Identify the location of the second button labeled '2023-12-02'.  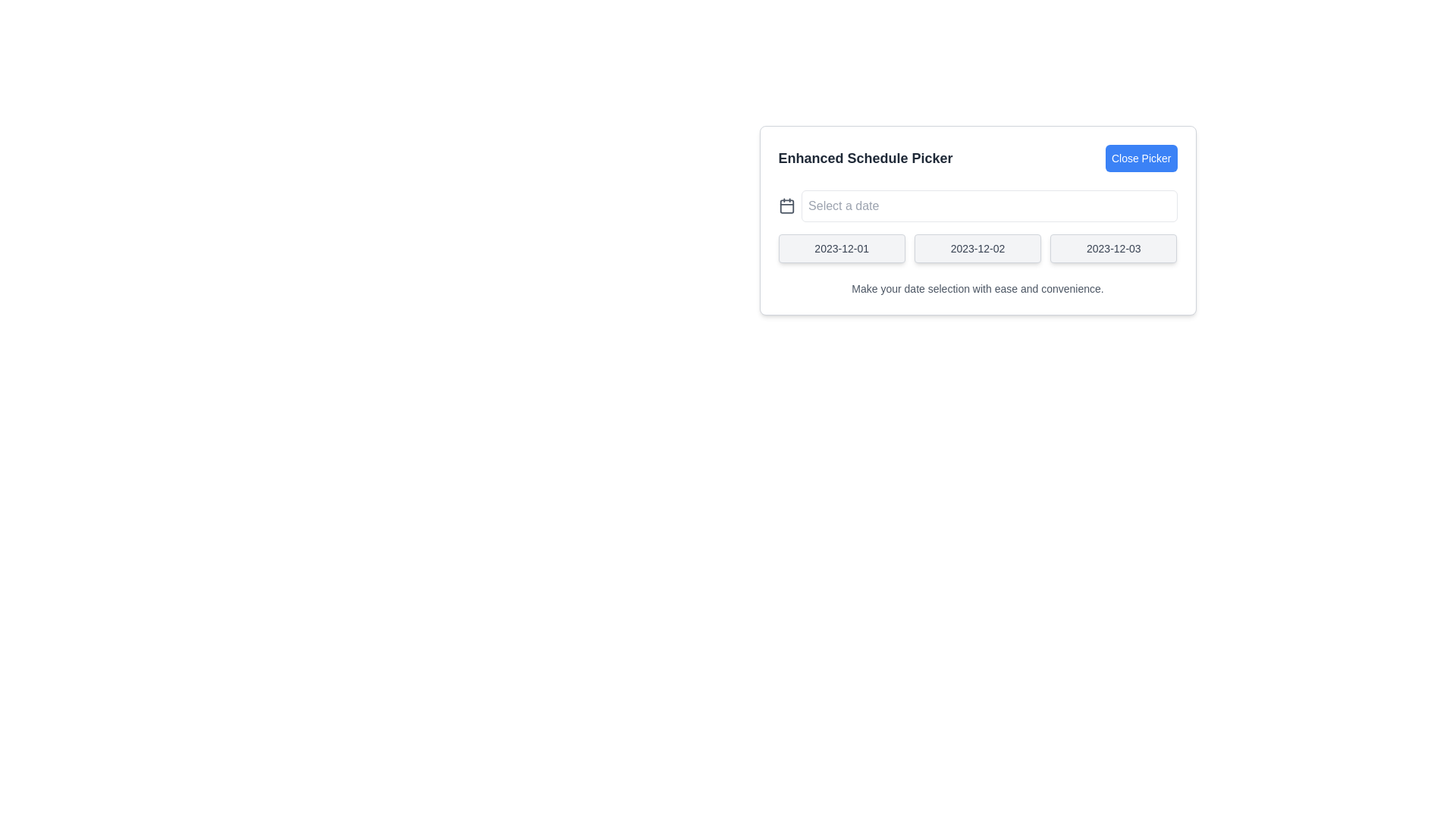
(977, 247).